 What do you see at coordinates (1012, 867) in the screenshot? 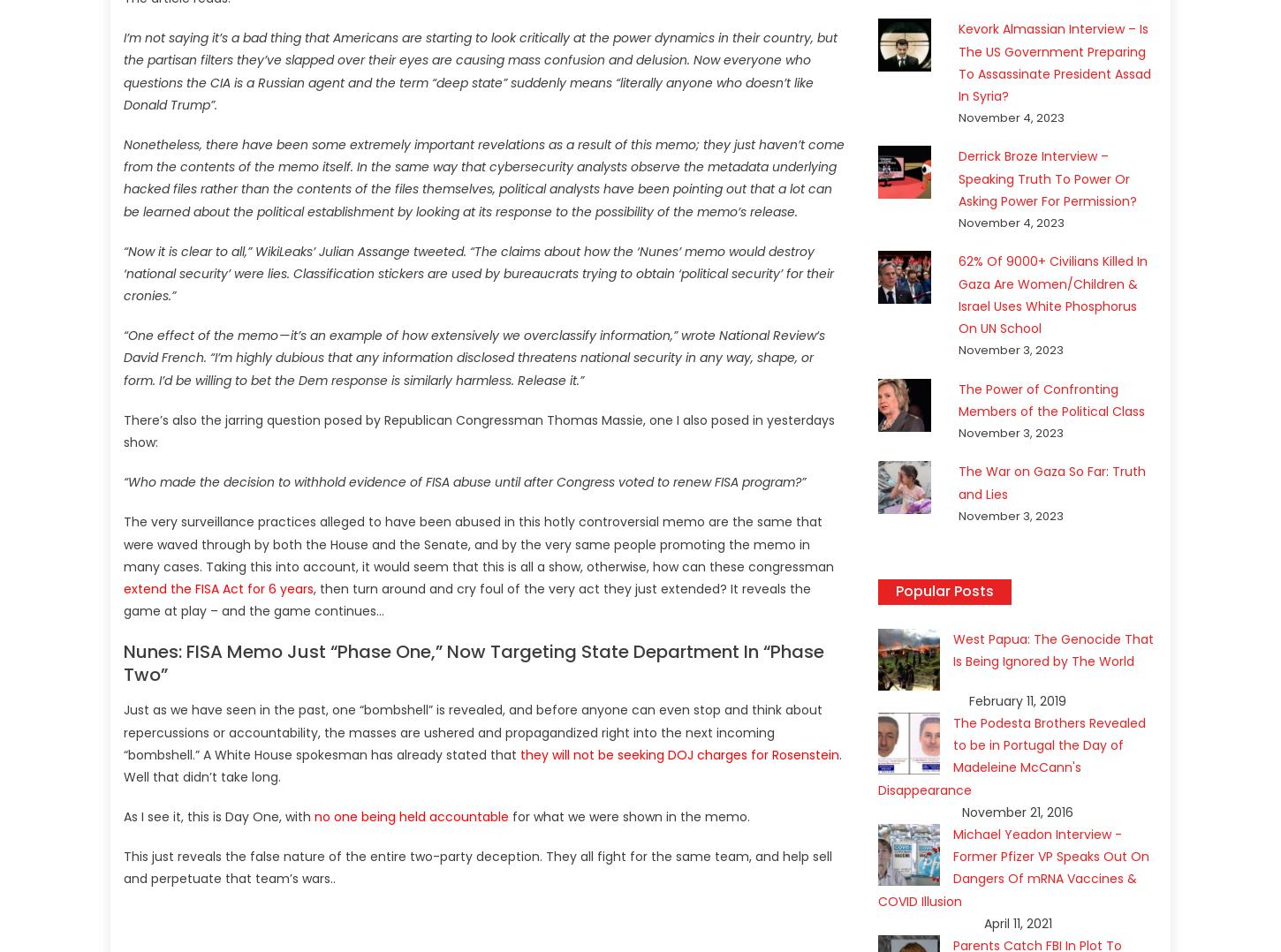
I see `'Michael Yeadon Interview - Former Pfizer VP Speaks Out On Dangers Of mRNA Vaccines & COVID Illusion'` at bounding box center [1012, 867].